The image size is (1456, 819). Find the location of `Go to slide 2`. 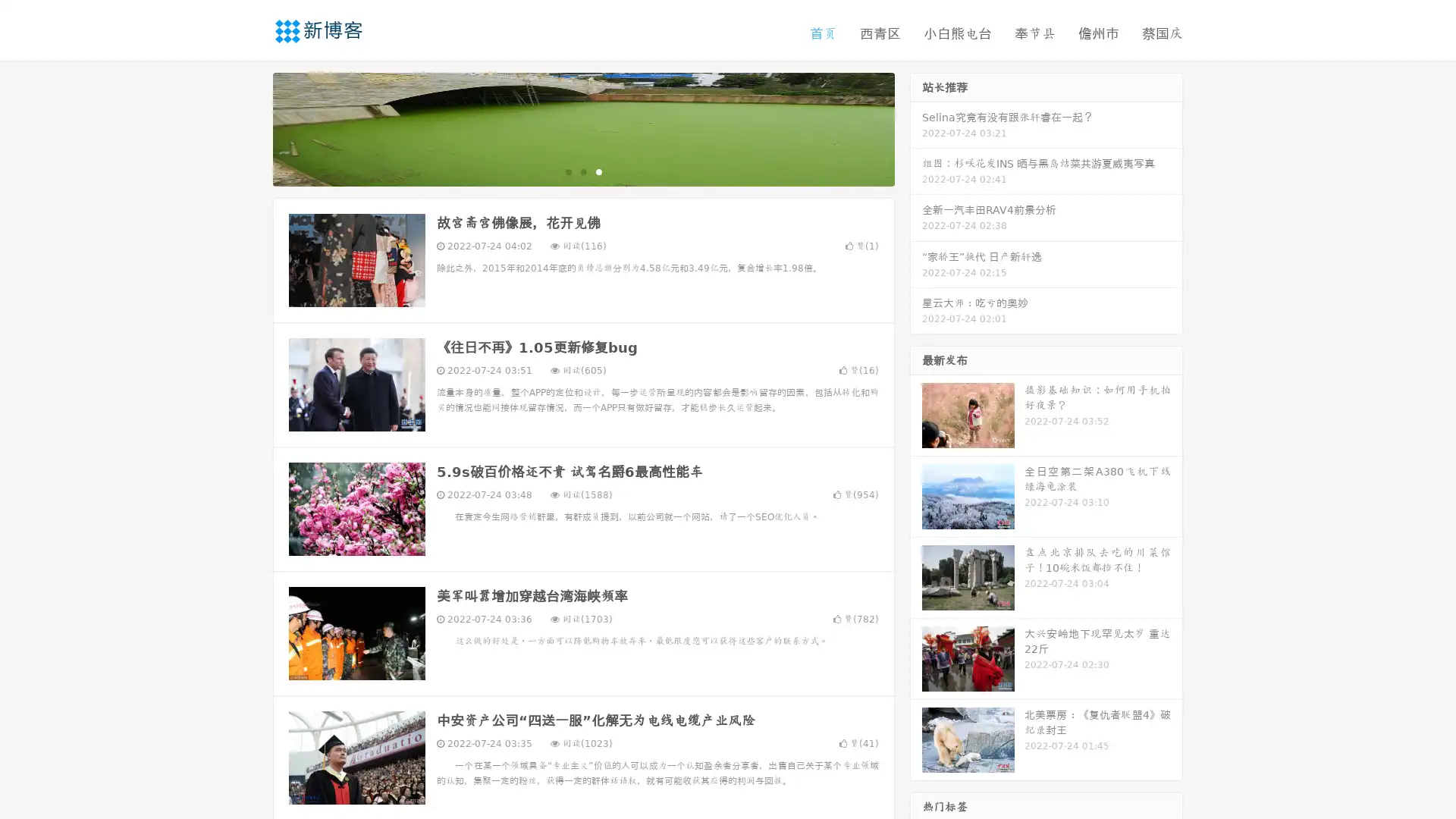

Go to slide 2 is located at coordinates (582, 171).